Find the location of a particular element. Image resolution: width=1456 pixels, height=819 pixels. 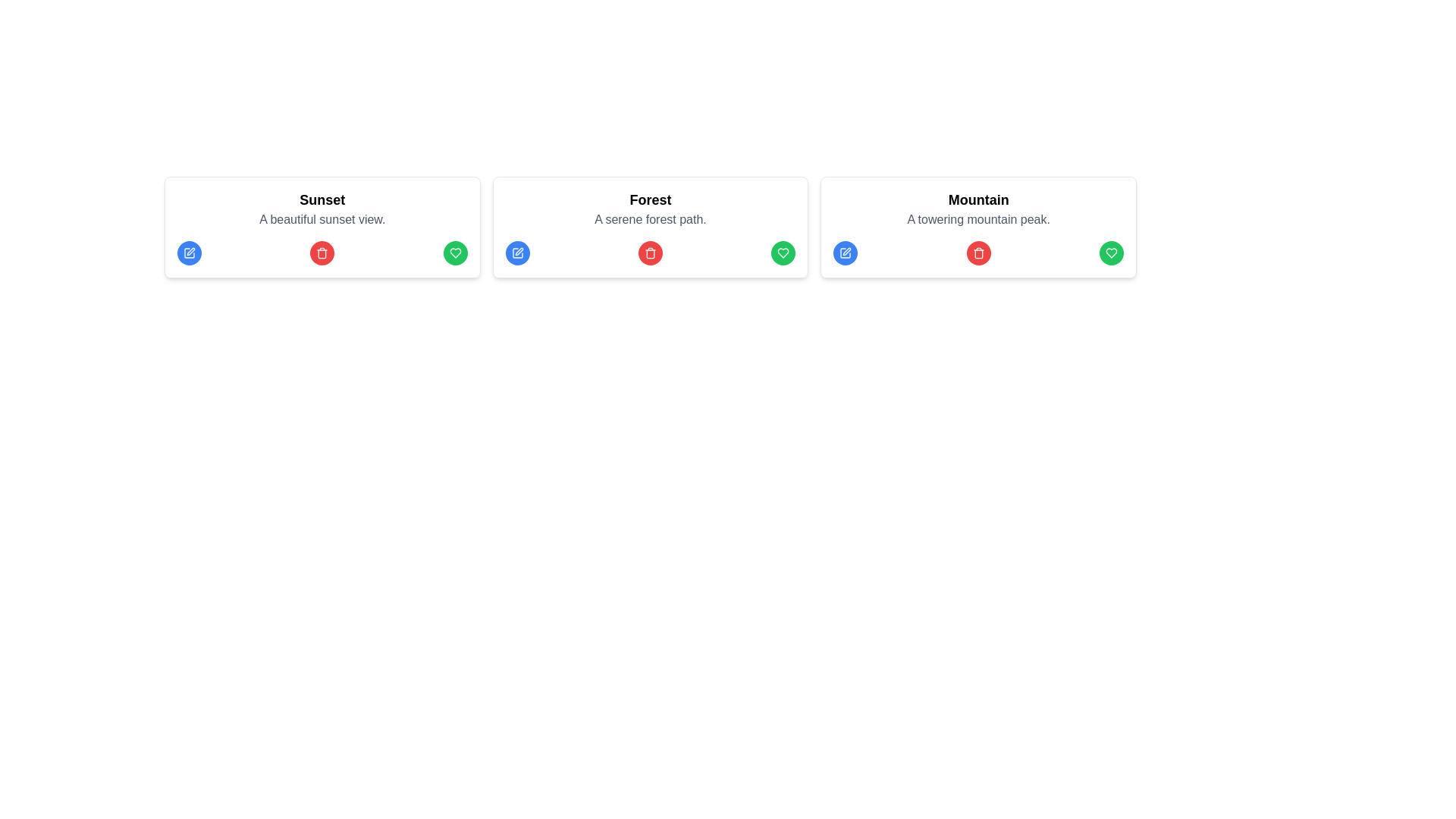

the heart icon embedded in the green circular button at the bottom right of the 'Forest' card is located at coordinates (783, 253).